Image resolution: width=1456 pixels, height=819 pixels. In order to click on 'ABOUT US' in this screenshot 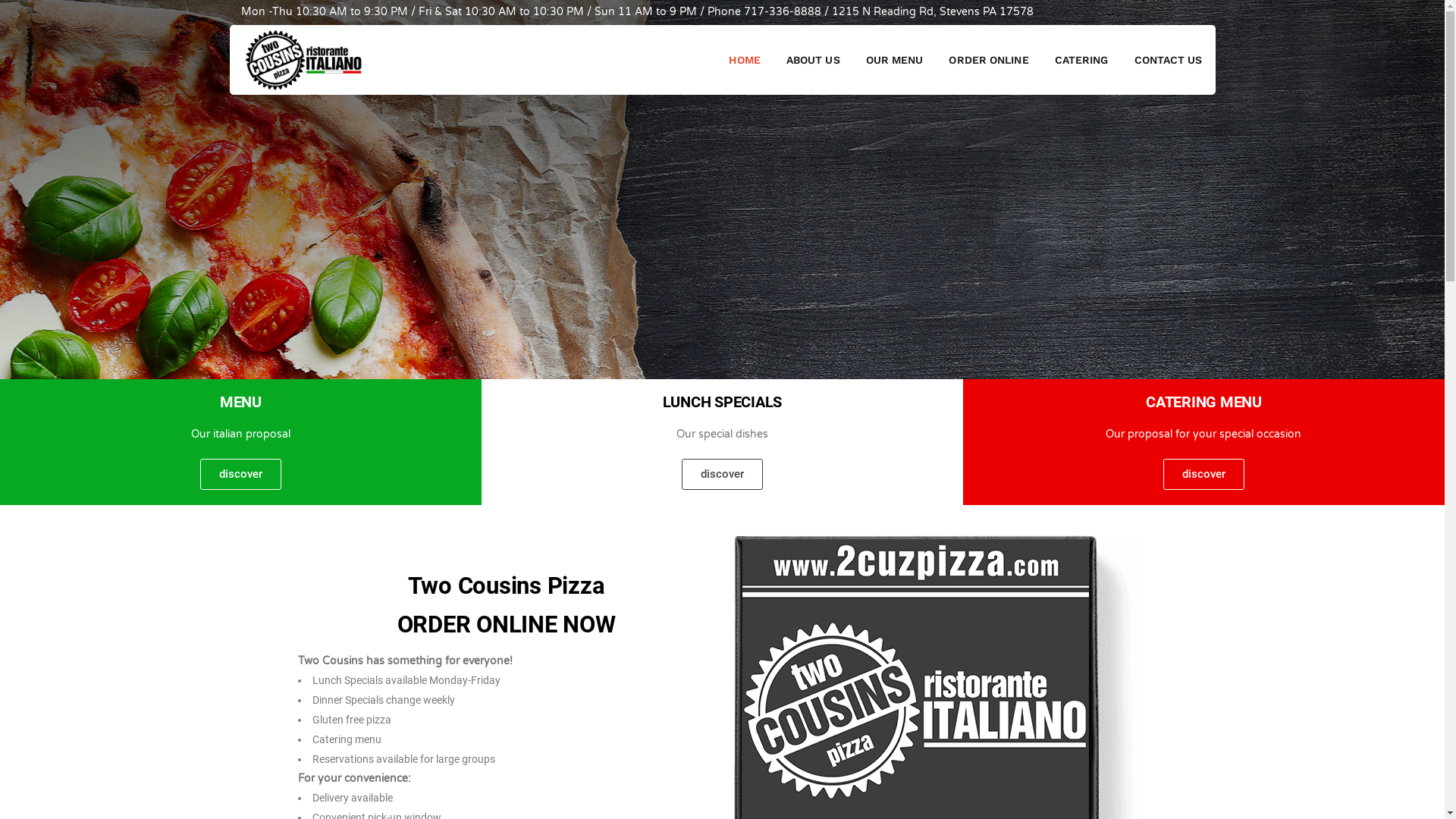, I will do `click(812, 58)`.